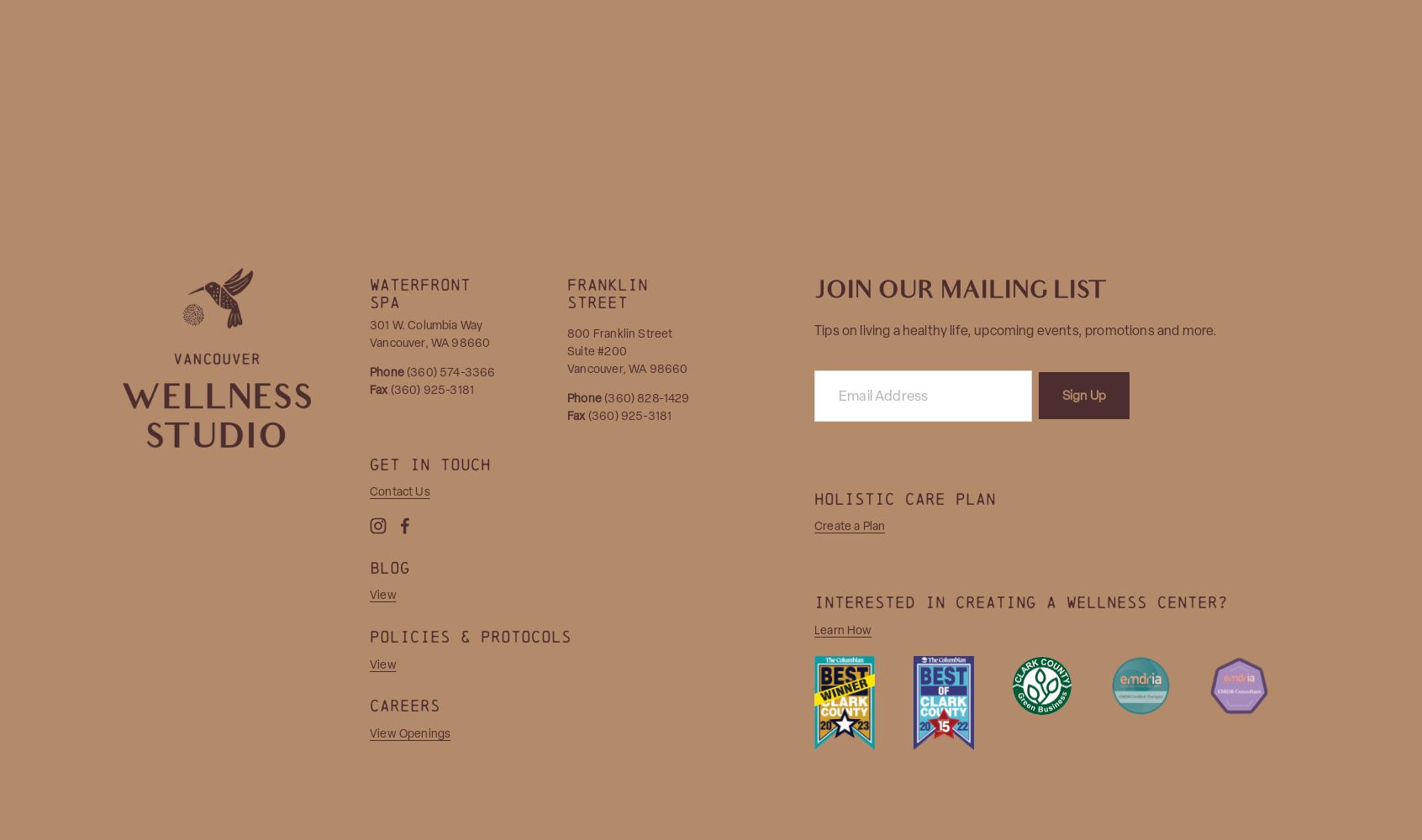 This screenshot has height=840, width=1422. Describe the element at coordinates (819, 628) in the screenshot. I see `'earn How'` at that location.